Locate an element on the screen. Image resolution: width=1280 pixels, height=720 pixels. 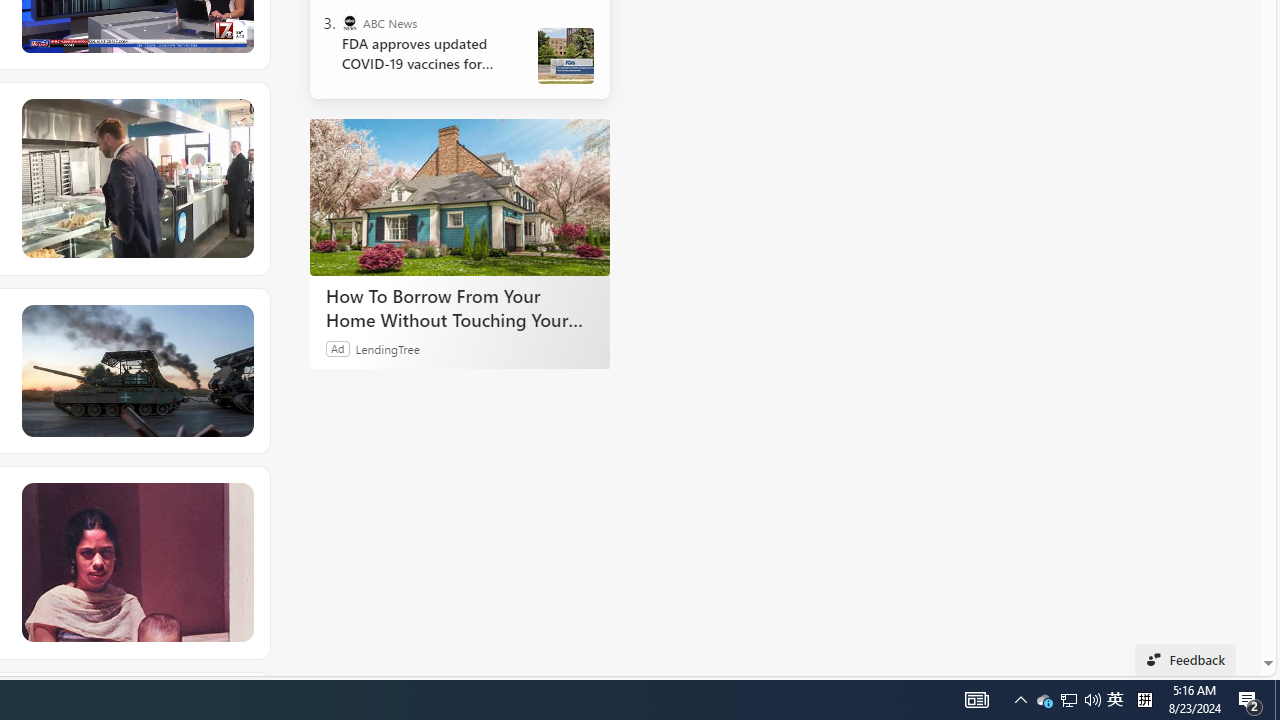
'JD Vance struggles to make small talk while ordering donuts' is located at coordinates (135, 178).